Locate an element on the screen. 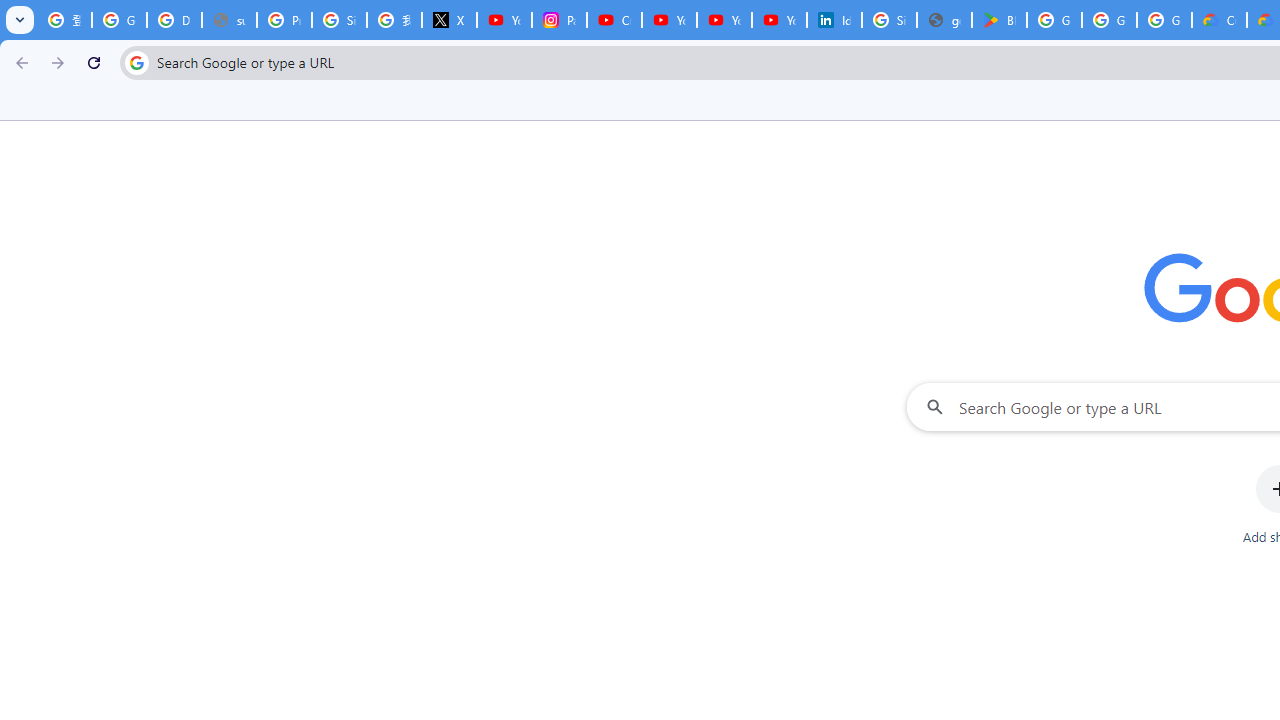 Image resolution: width=1280 pixels, height=720 pixels. 'Bluey: Let' is located at coordinates (999, 20).